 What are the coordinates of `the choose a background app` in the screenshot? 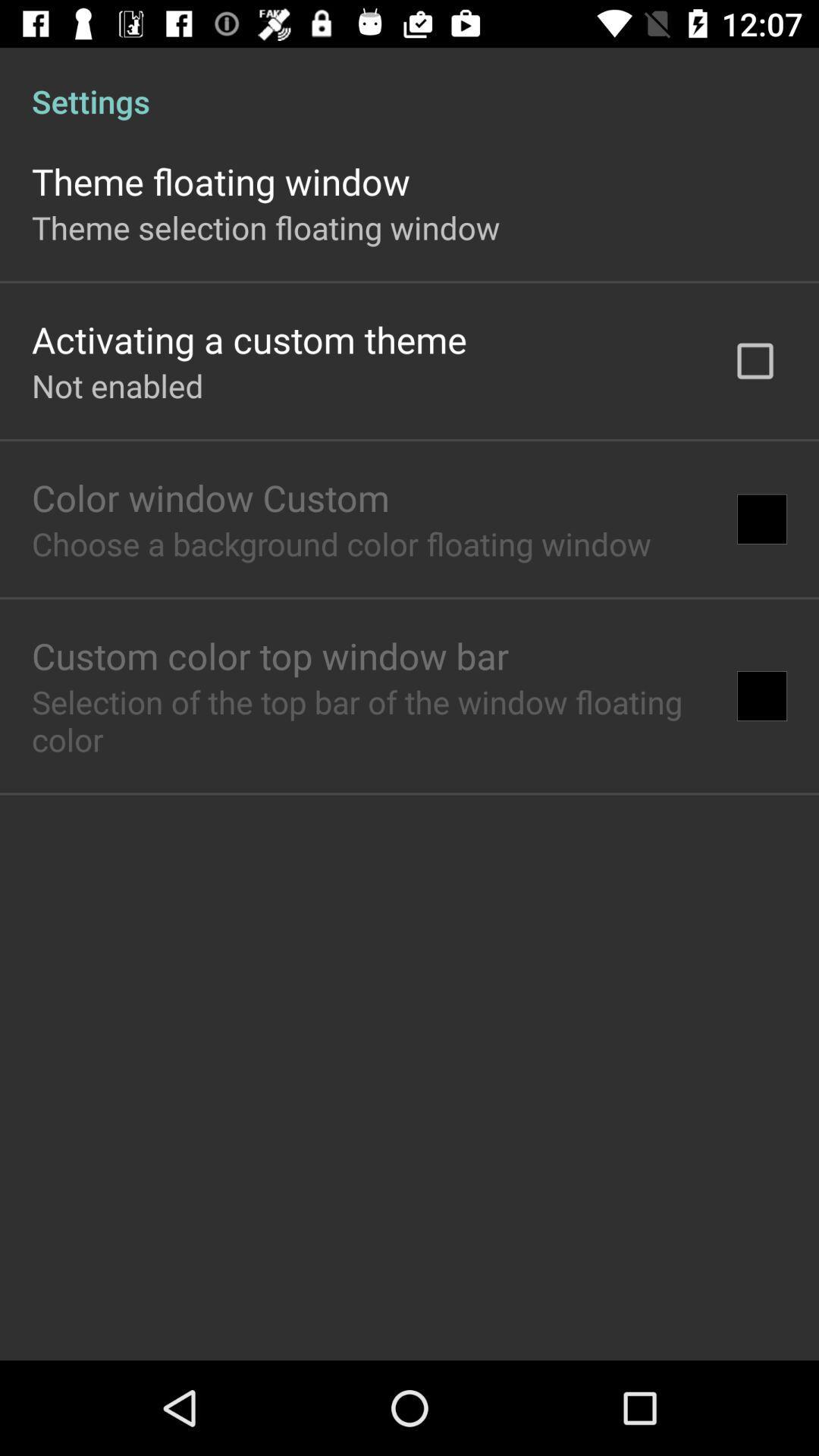 It's located at (341, 543).